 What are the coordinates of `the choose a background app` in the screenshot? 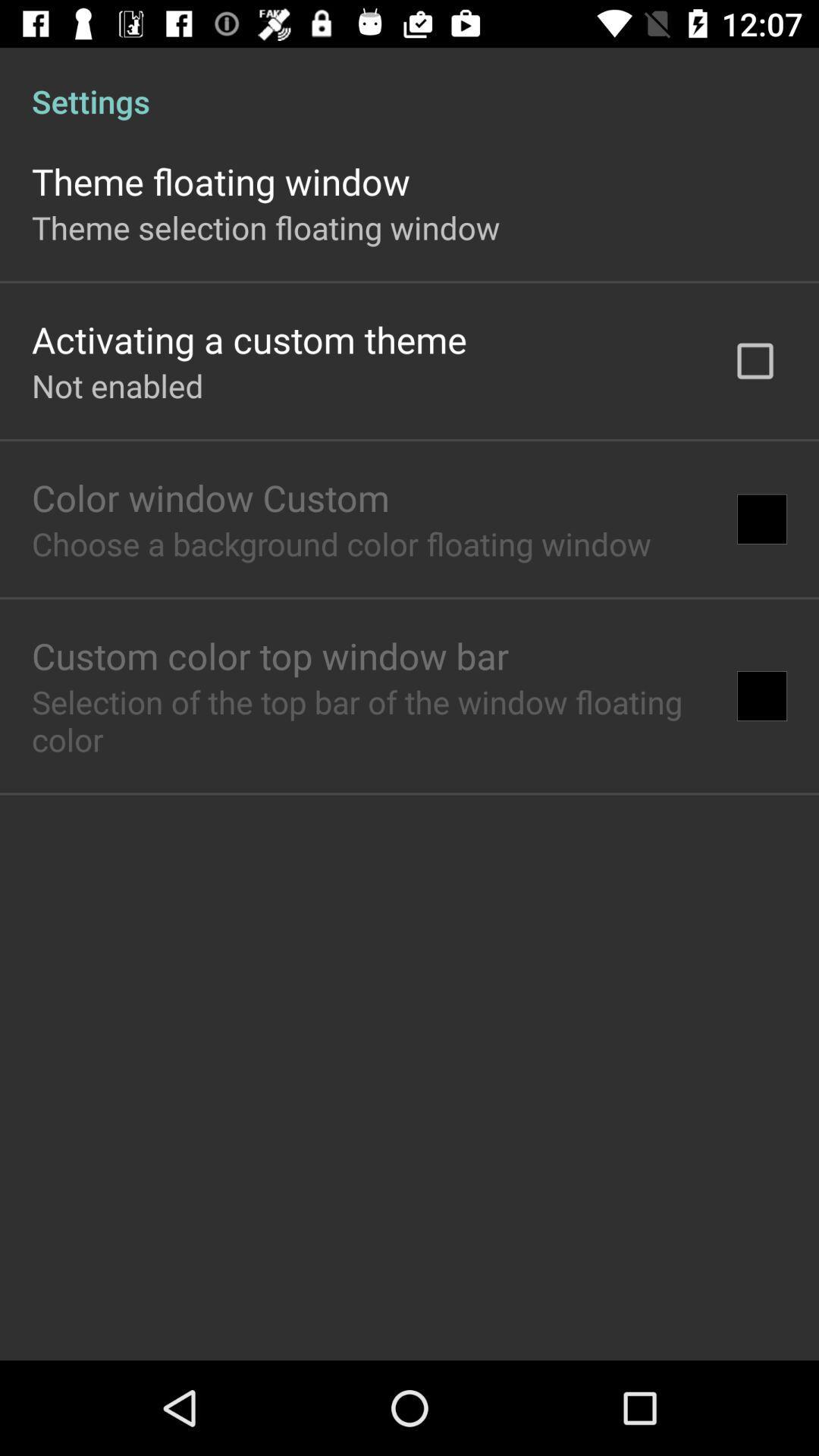 It's located at (341, 543).